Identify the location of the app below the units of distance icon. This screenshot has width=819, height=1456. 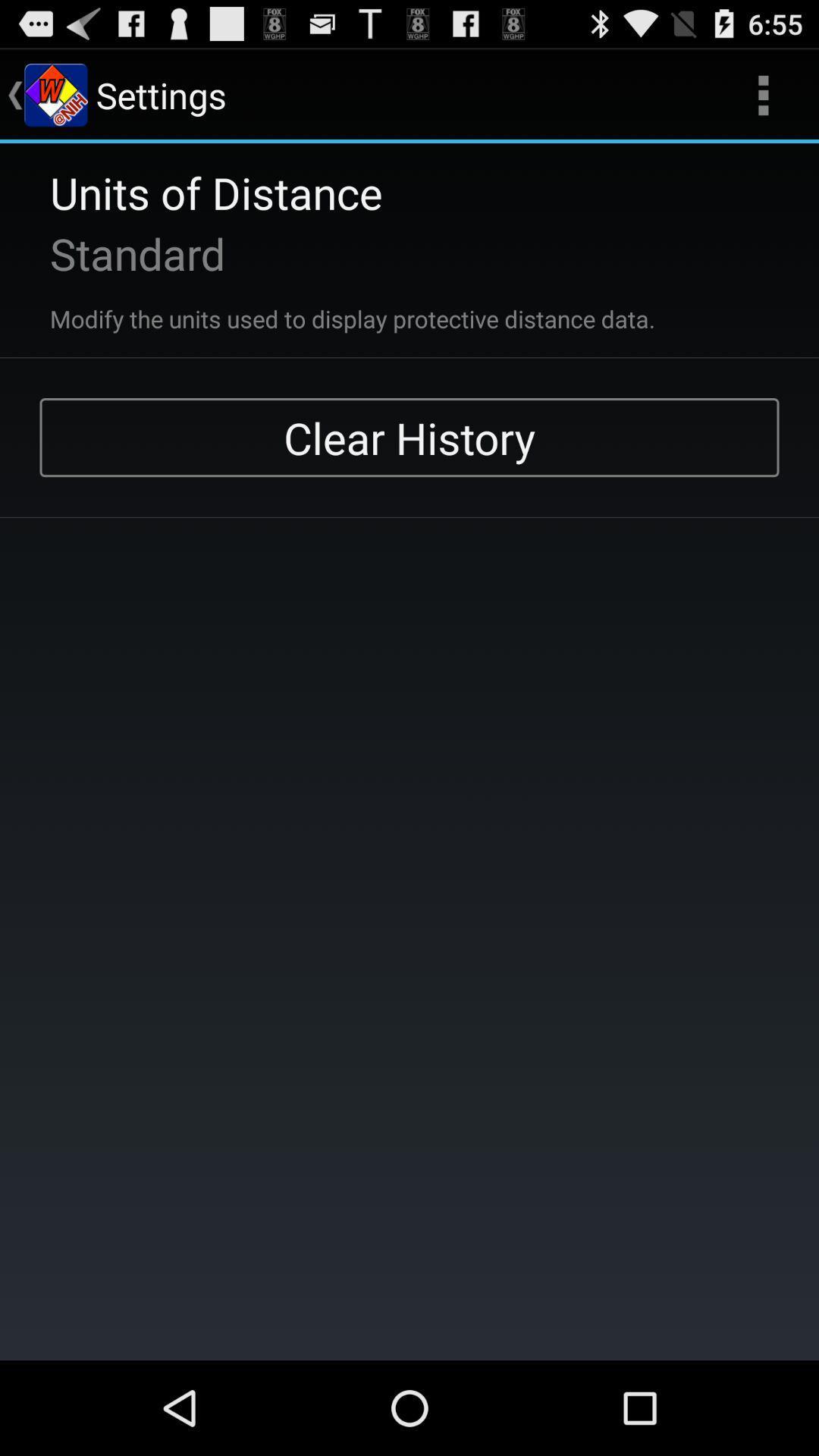
(117, 253).